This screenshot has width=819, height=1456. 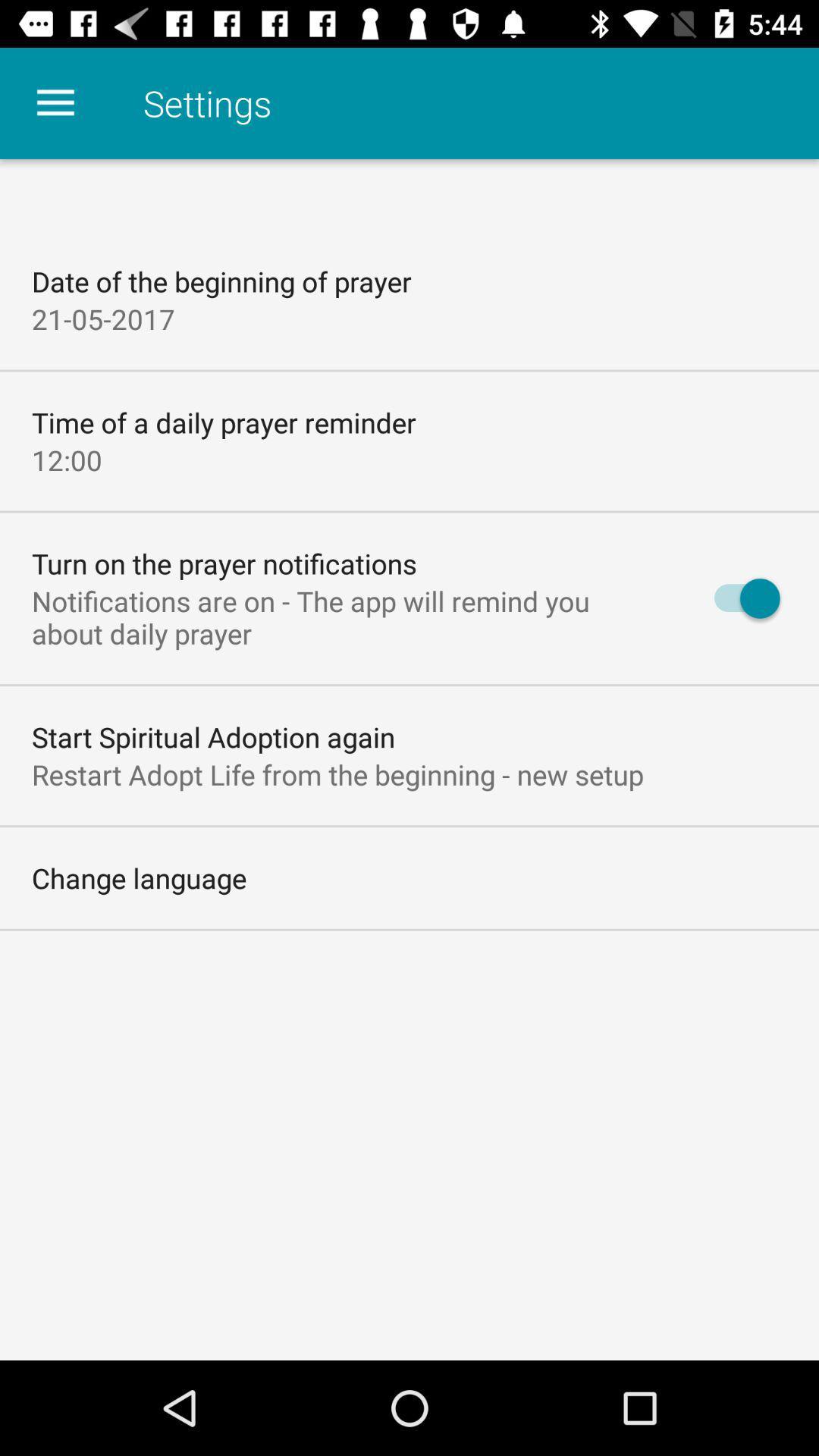 I want to click on item below the settings item, so click(x=739, y=598).